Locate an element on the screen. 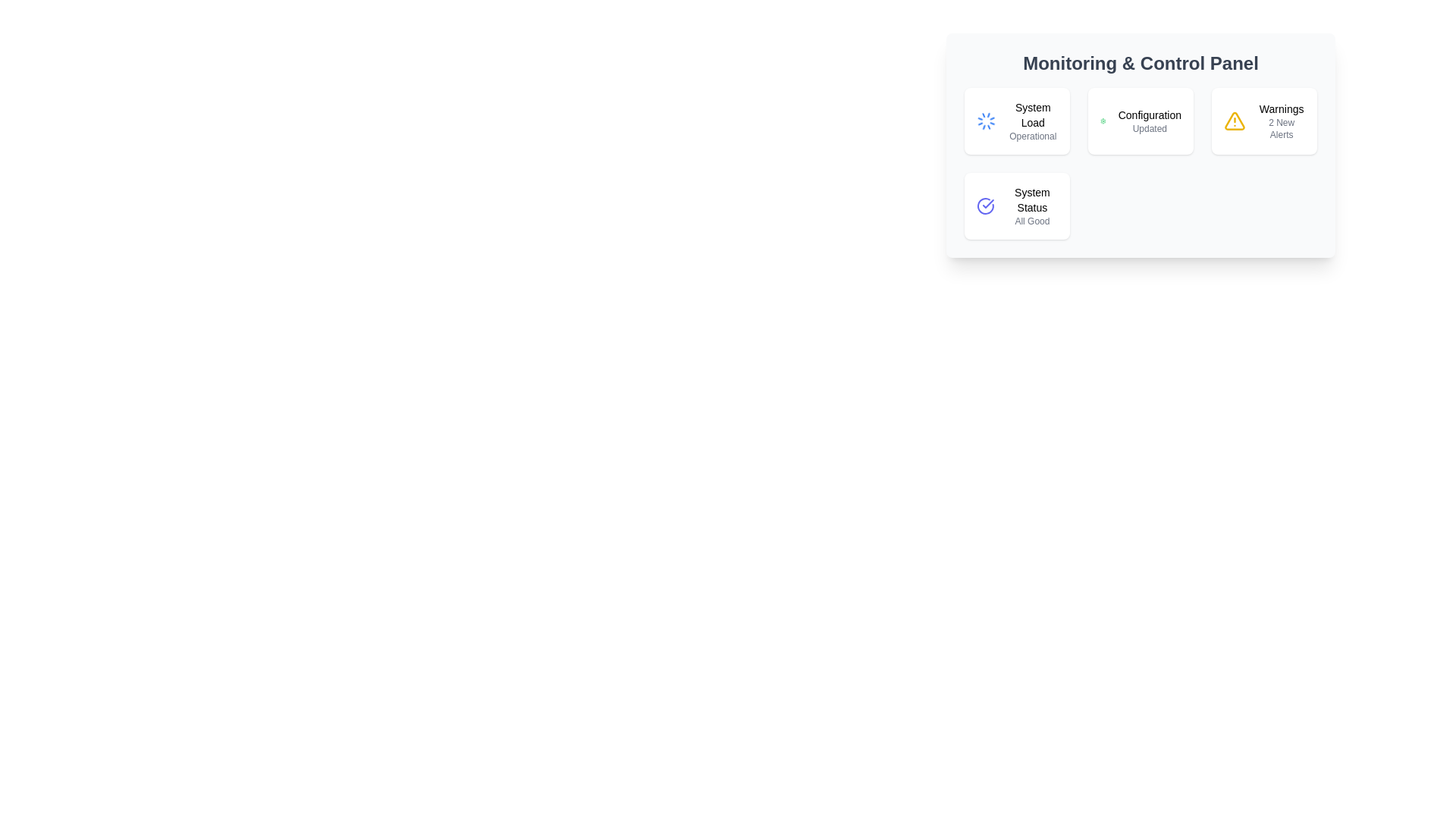  status indicator text label located in the rounded white box, which is the second item in the horizontal row of elements in the 'Monitoring & Control Panel' section is located at coordinates (1150, 120).